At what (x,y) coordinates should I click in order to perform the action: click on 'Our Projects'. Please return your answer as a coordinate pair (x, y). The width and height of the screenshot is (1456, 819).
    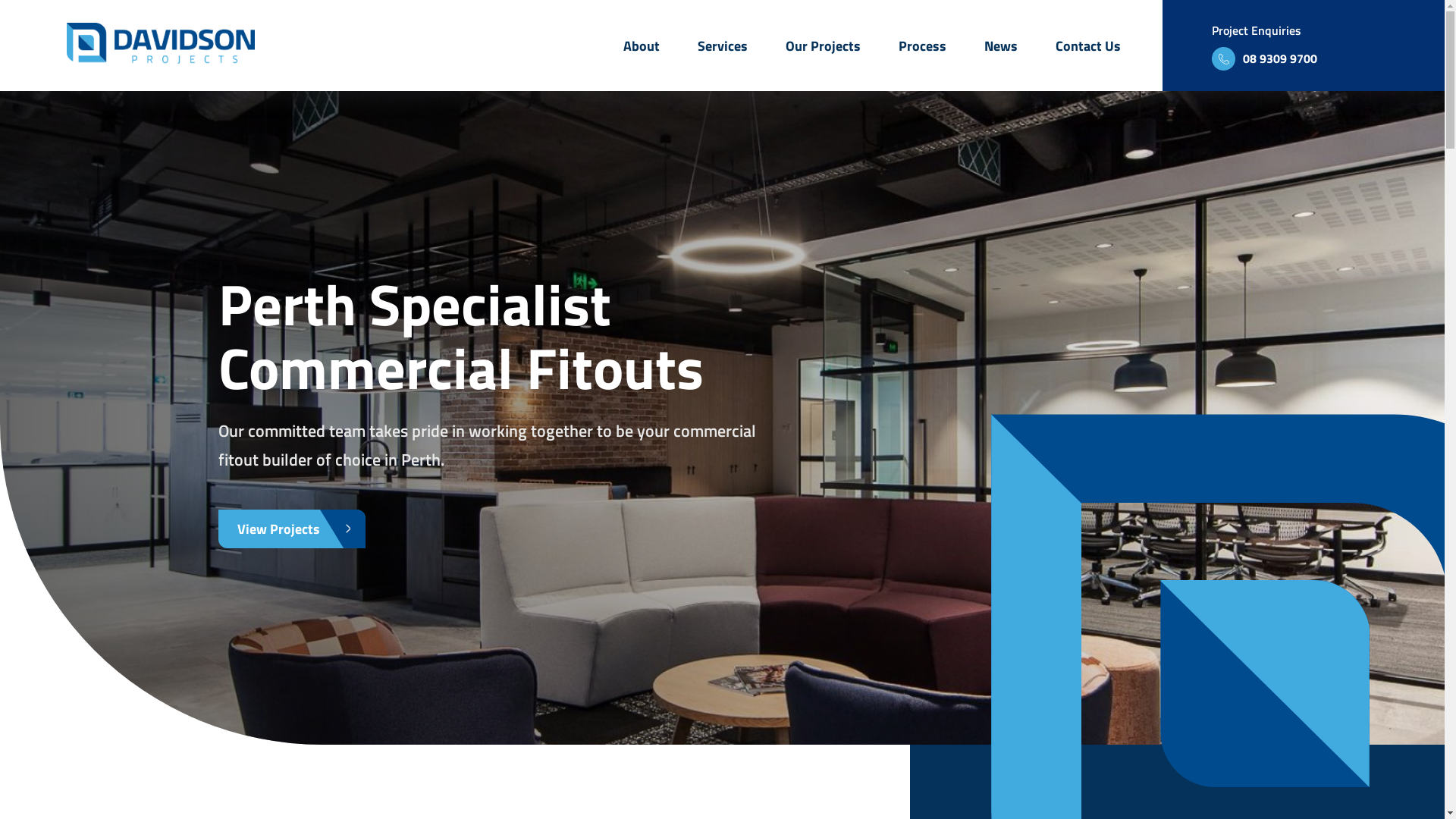
    Looking at the image, I should click on (822, 45).